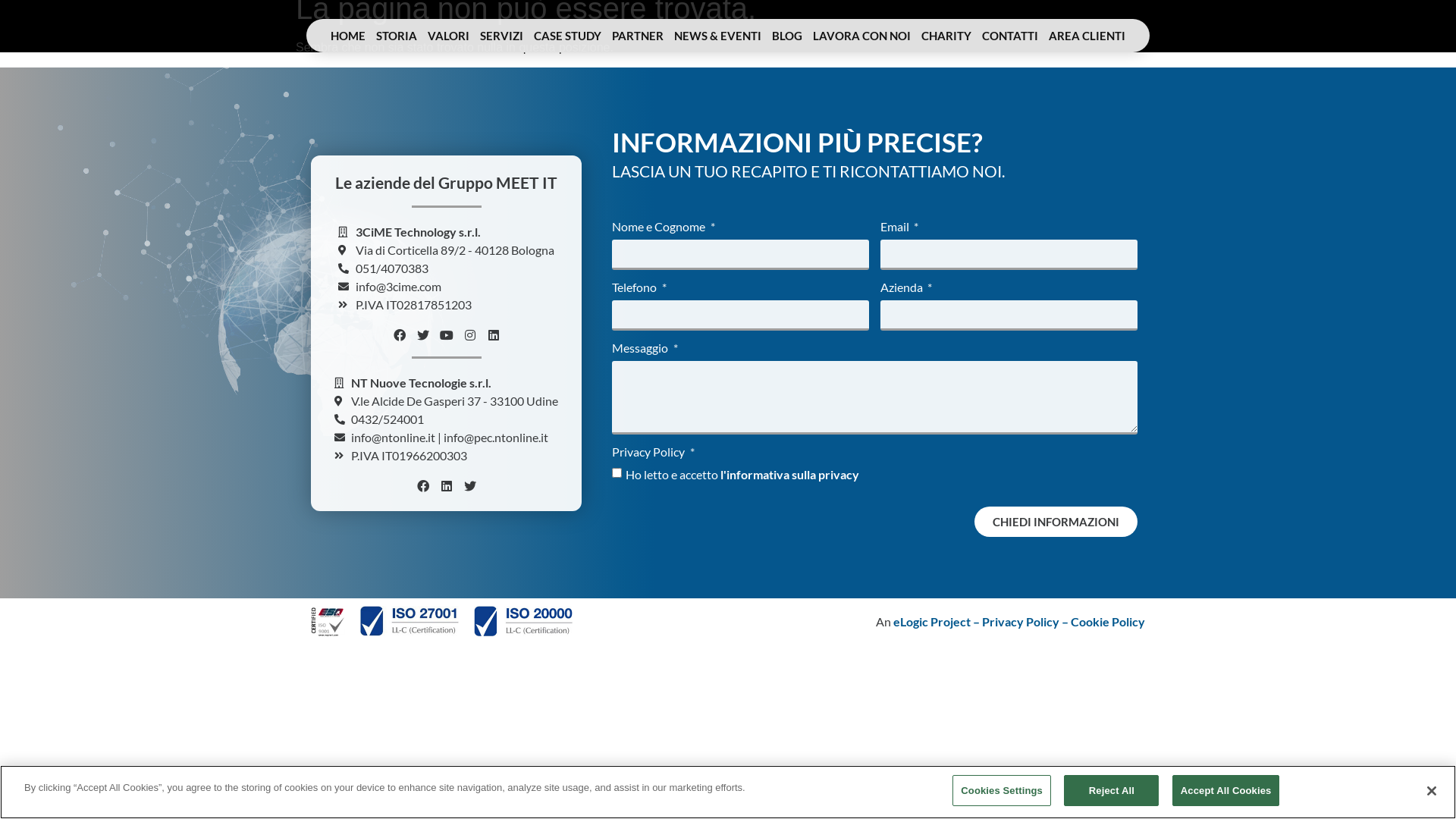 Image resolution: width=1456 pixels, height=819 pixels. I want to click on 'Cookie Policy', so click(1107, 621).